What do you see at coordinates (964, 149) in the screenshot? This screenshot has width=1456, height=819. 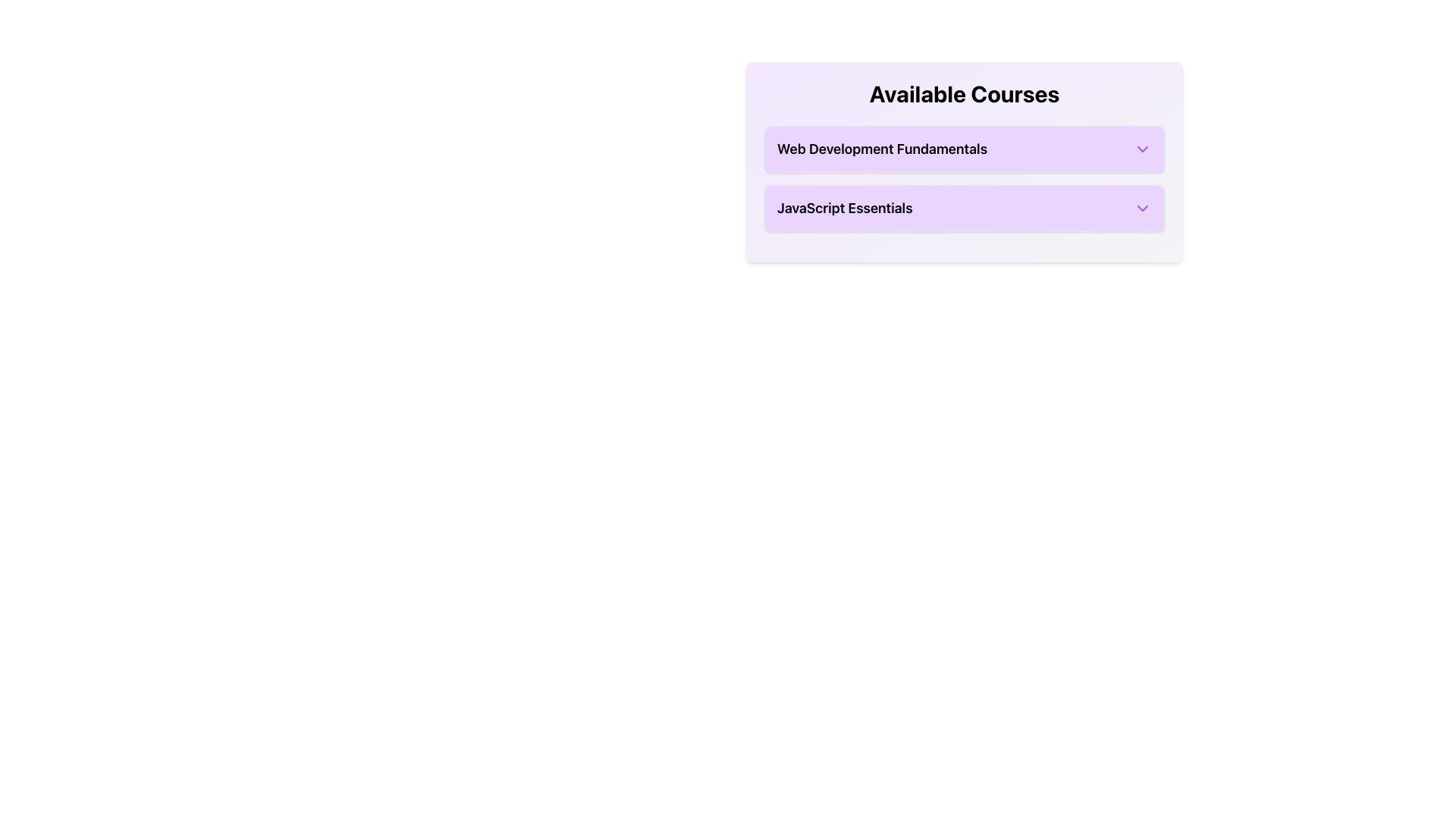 I see `the first course item header in the 'Available Courses' section, which allows users` at bounding box center [964, 149].